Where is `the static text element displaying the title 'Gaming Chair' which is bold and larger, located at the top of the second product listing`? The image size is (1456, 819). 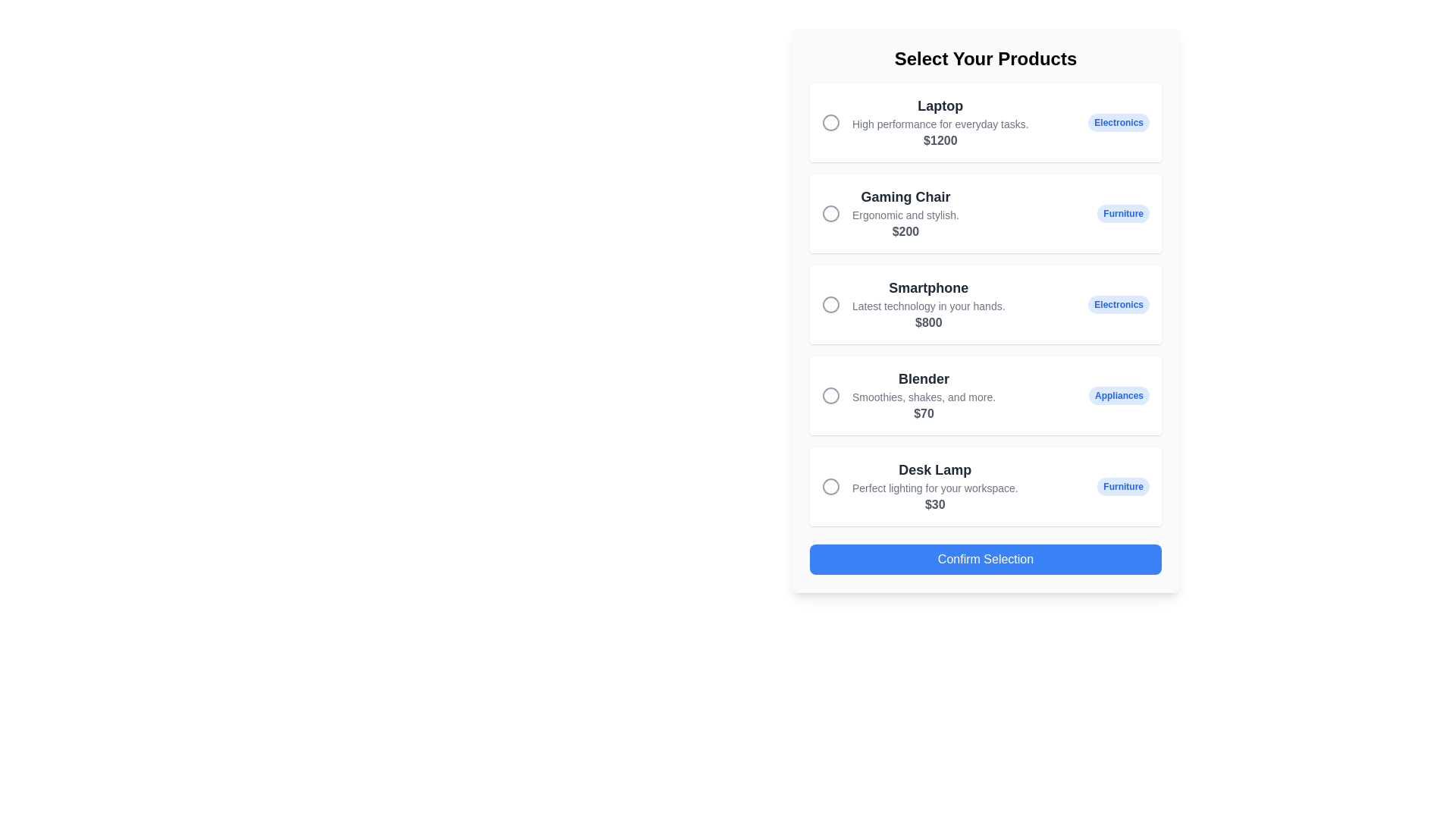
the static text element displaying the title 'Gaming Chair' which is bold and larger, located at the top of the second product listing is located at coordinates (905, 196).